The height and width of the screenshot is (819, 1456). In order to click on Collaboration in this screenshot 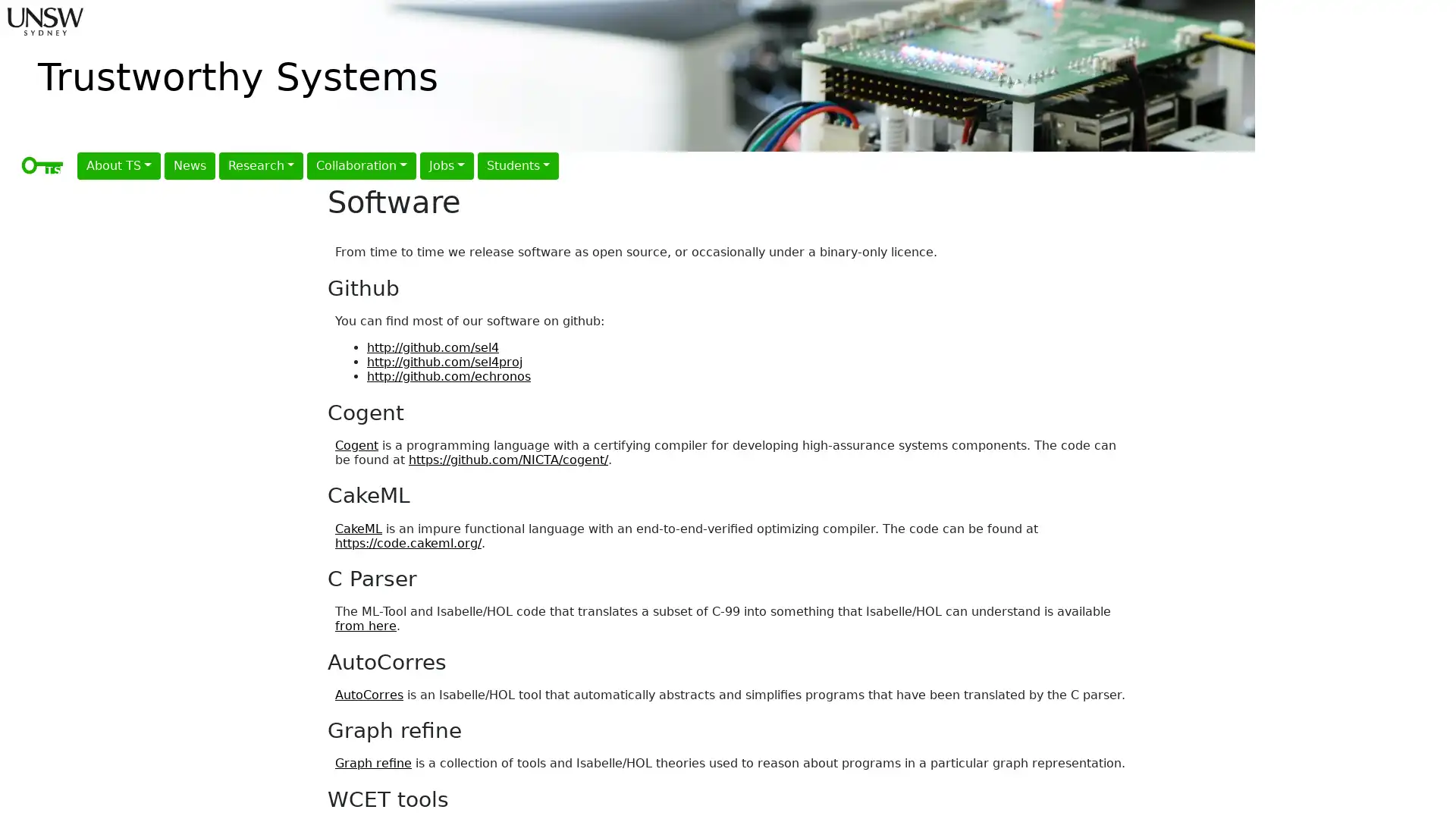, I will do `click(360, 165)`.